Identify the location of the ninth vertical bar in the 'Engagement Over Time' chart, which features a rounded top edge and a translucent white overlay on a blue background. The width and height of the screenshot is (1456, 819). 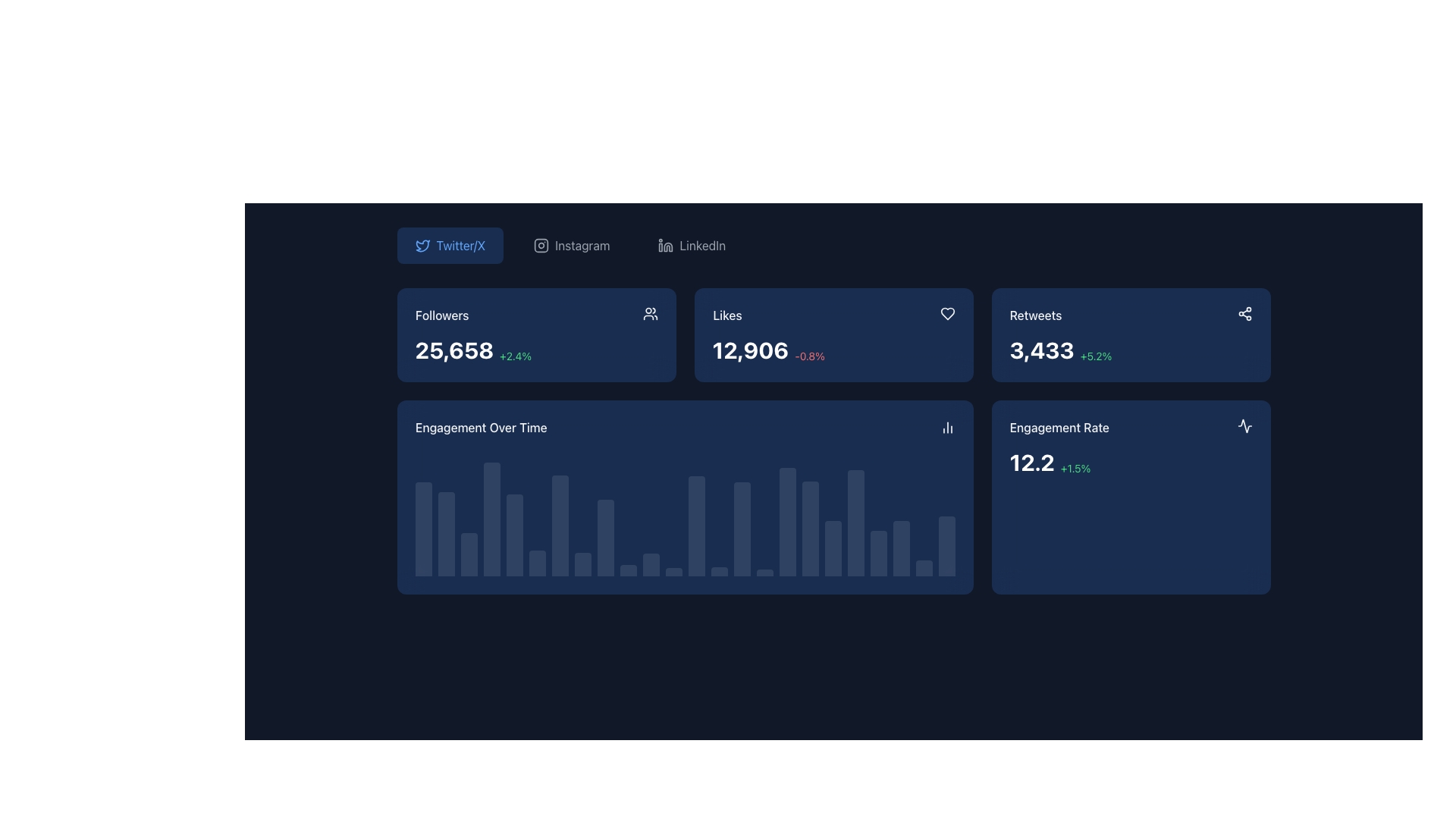
(604, 537).